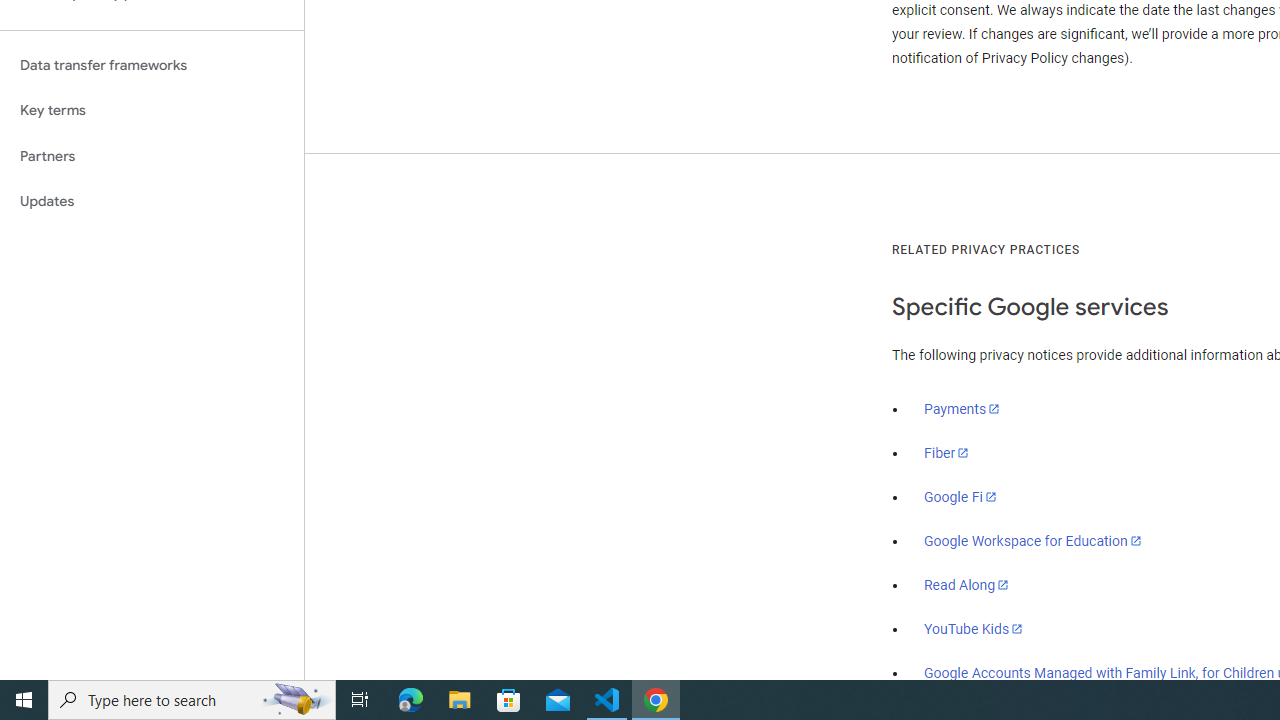 This screenshot has width=1280, height=720. What do you see at coordinates (151, 110) in the screenshot?
I see `'Key terms'` at bounding box center [151, 110].